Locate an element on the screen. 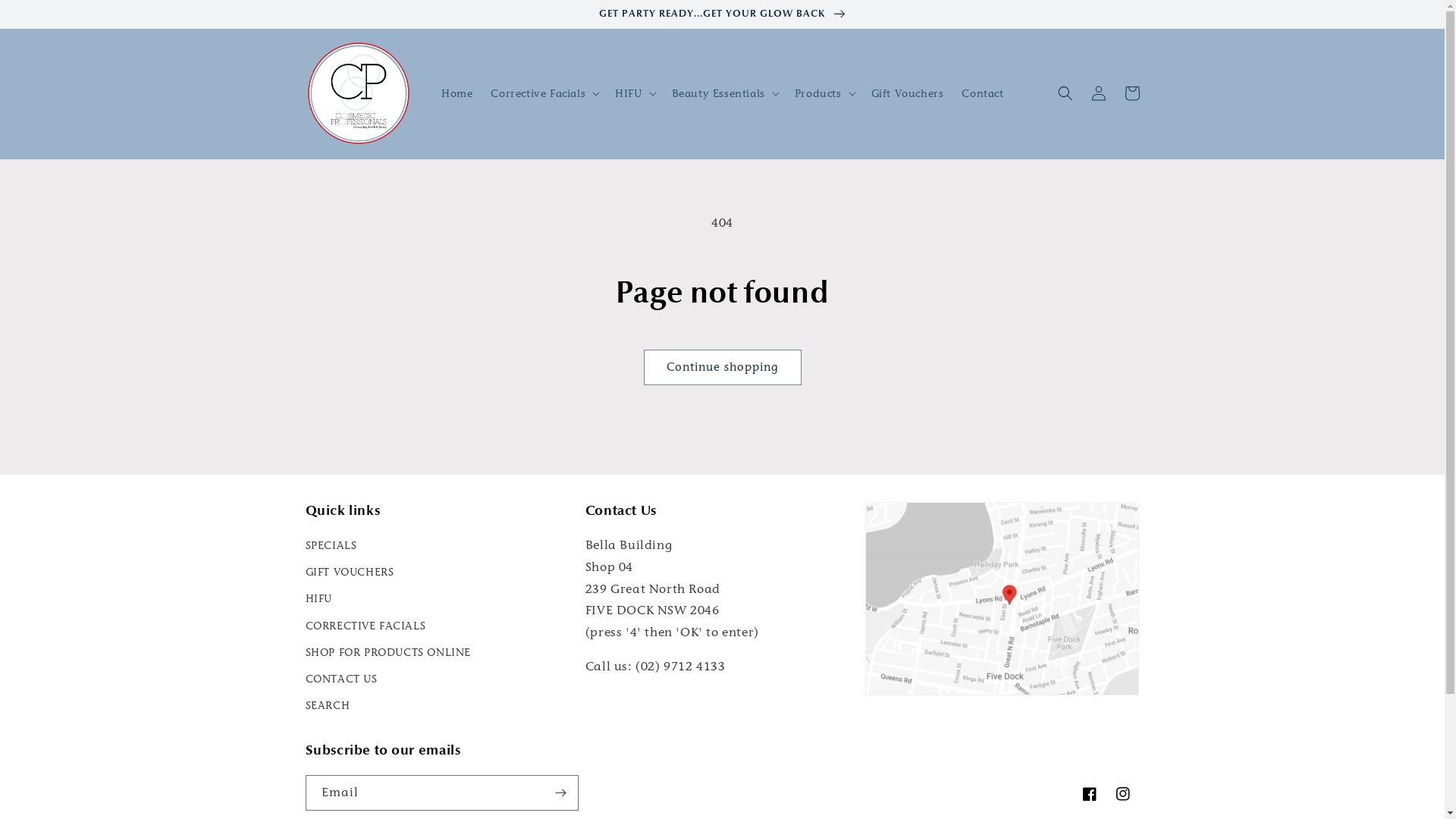 This screenshot has width=1456, height=819. 'Cart' is located at coordinates (1131, 93).